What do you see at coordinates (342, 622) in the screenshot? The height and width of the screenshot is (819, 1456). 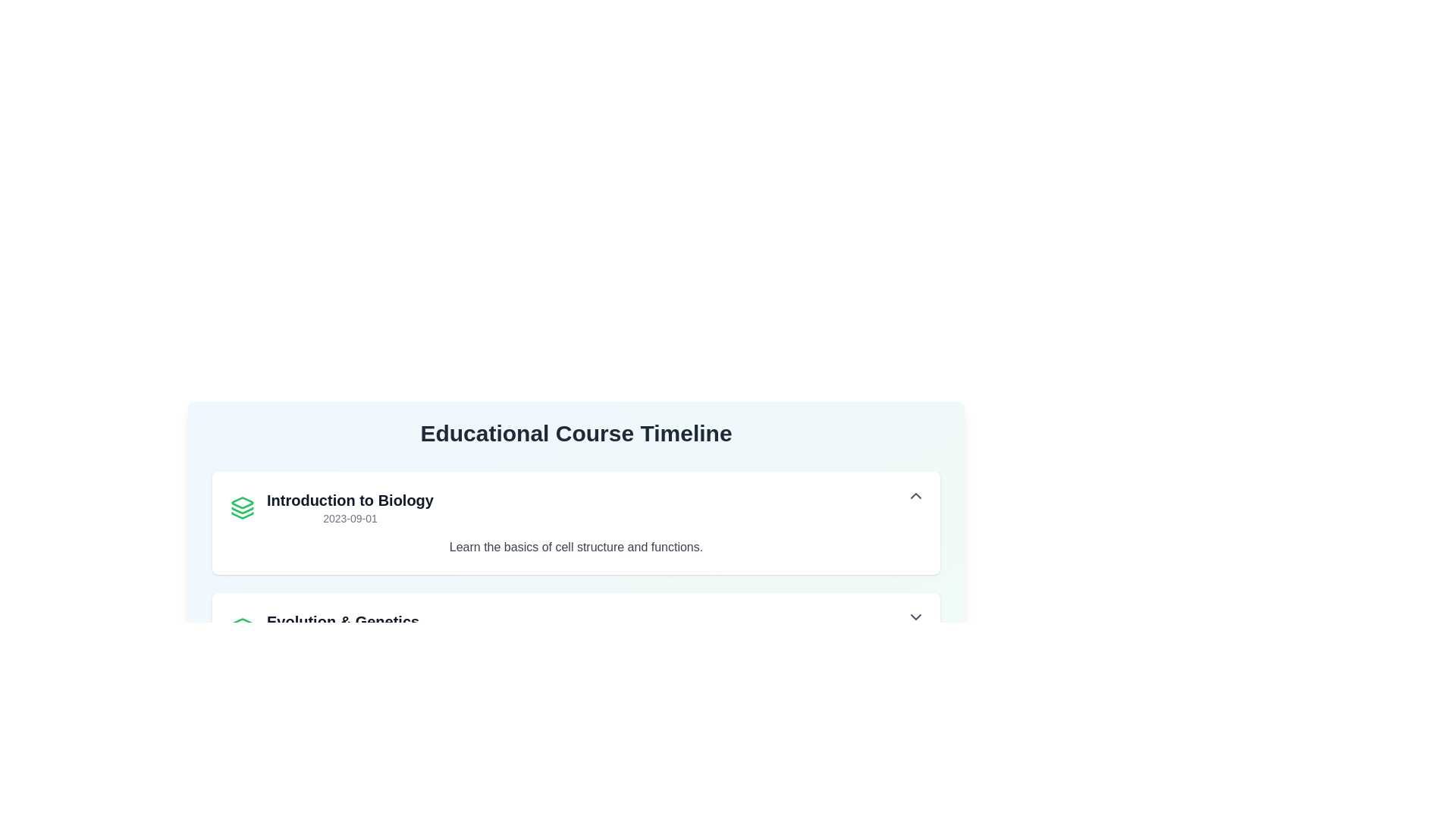 I see `the text element displaying 'Evolution & Genetics' in the second timeline card, which is styled with large, bold gray typography` at bounding box center [342, 622].